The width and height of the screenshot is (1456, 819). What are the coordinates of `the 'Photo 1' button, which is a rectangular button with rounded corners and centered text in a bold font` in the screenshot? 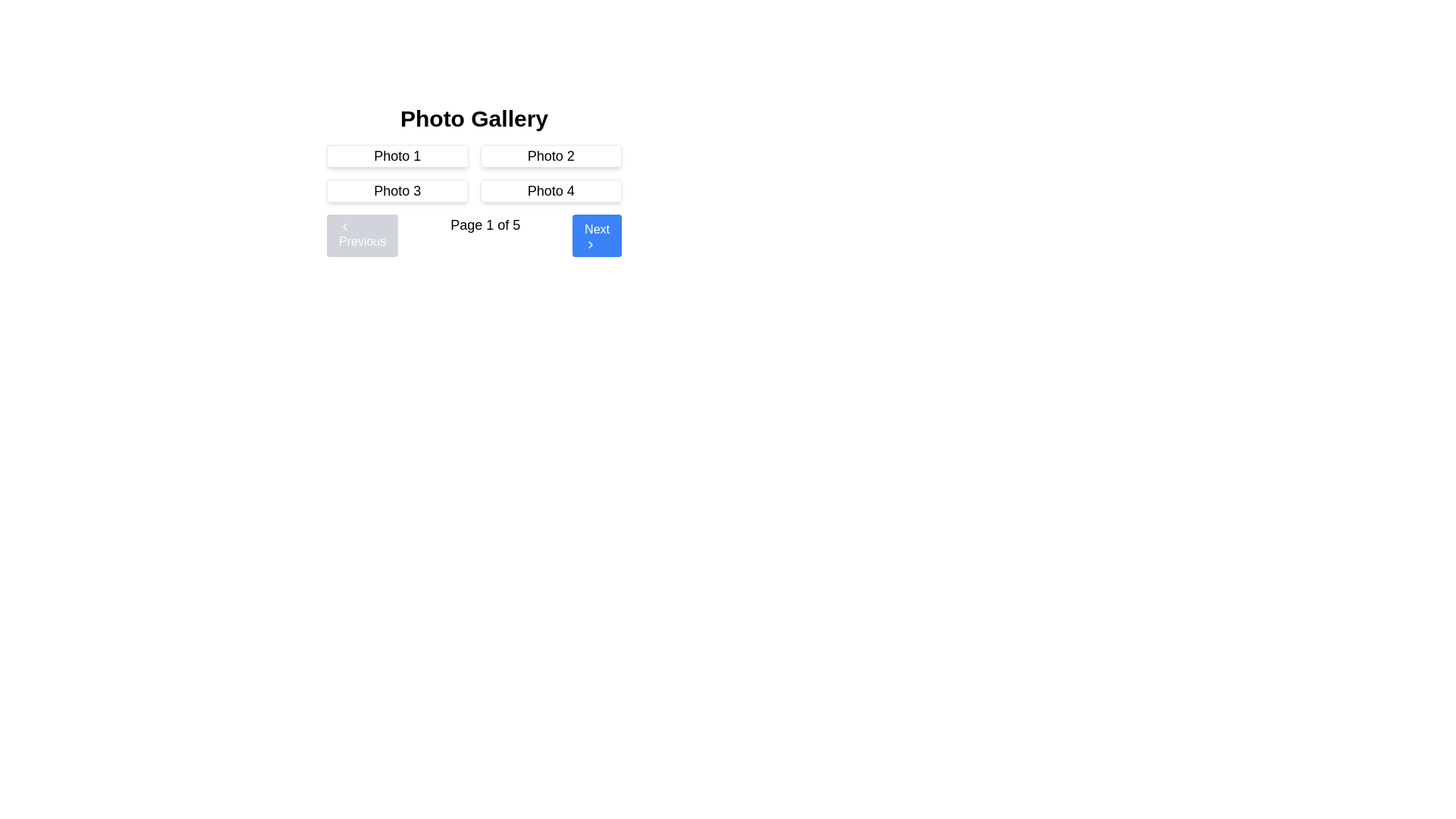 It's located at (397, 155).